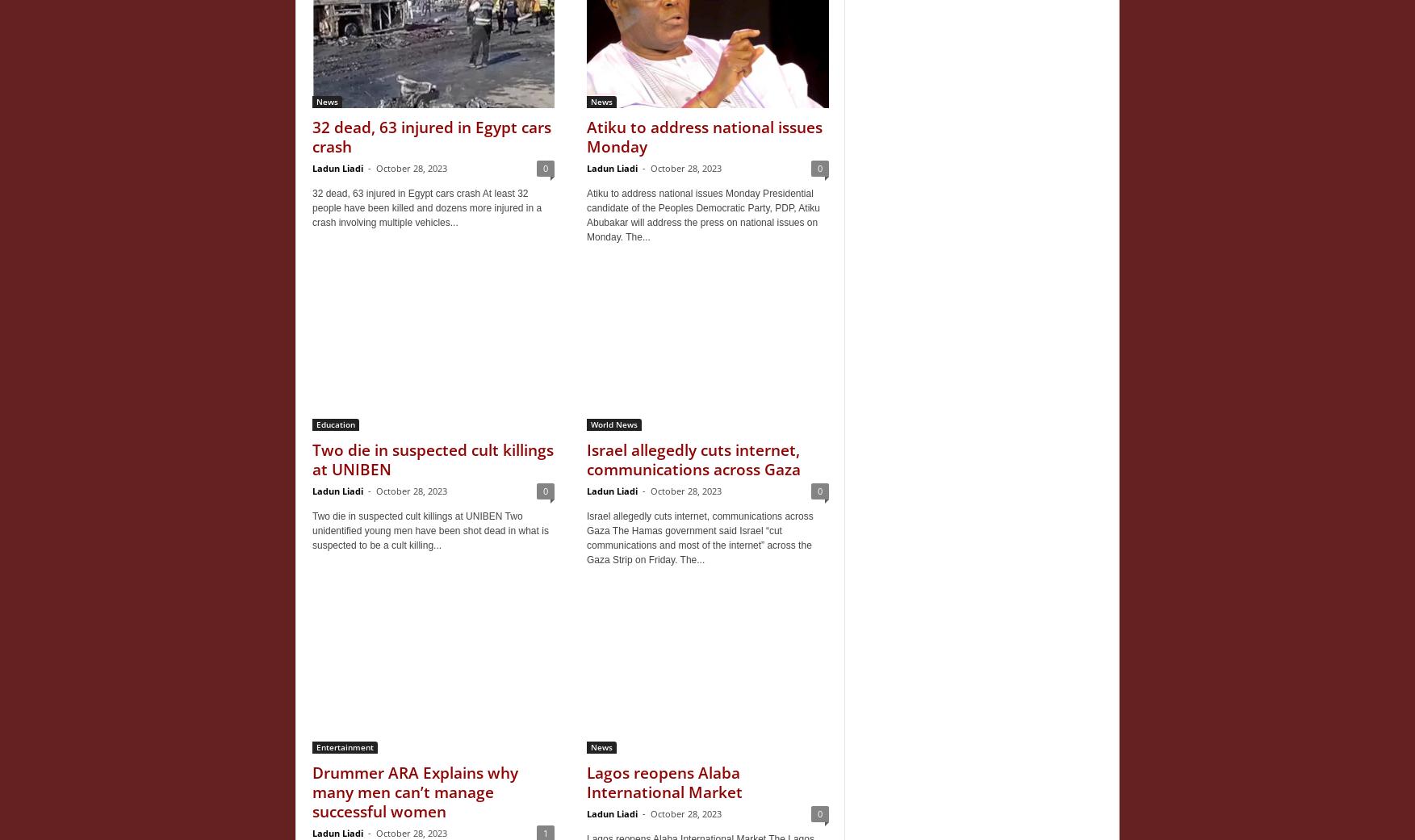 The image size is (1415, 840). I want to click on 'Two die in suspected cult killings at UNIBEN


Two unidentified young men have been shot dead in what is suspected to be a cult killing...', so click(312, 530).